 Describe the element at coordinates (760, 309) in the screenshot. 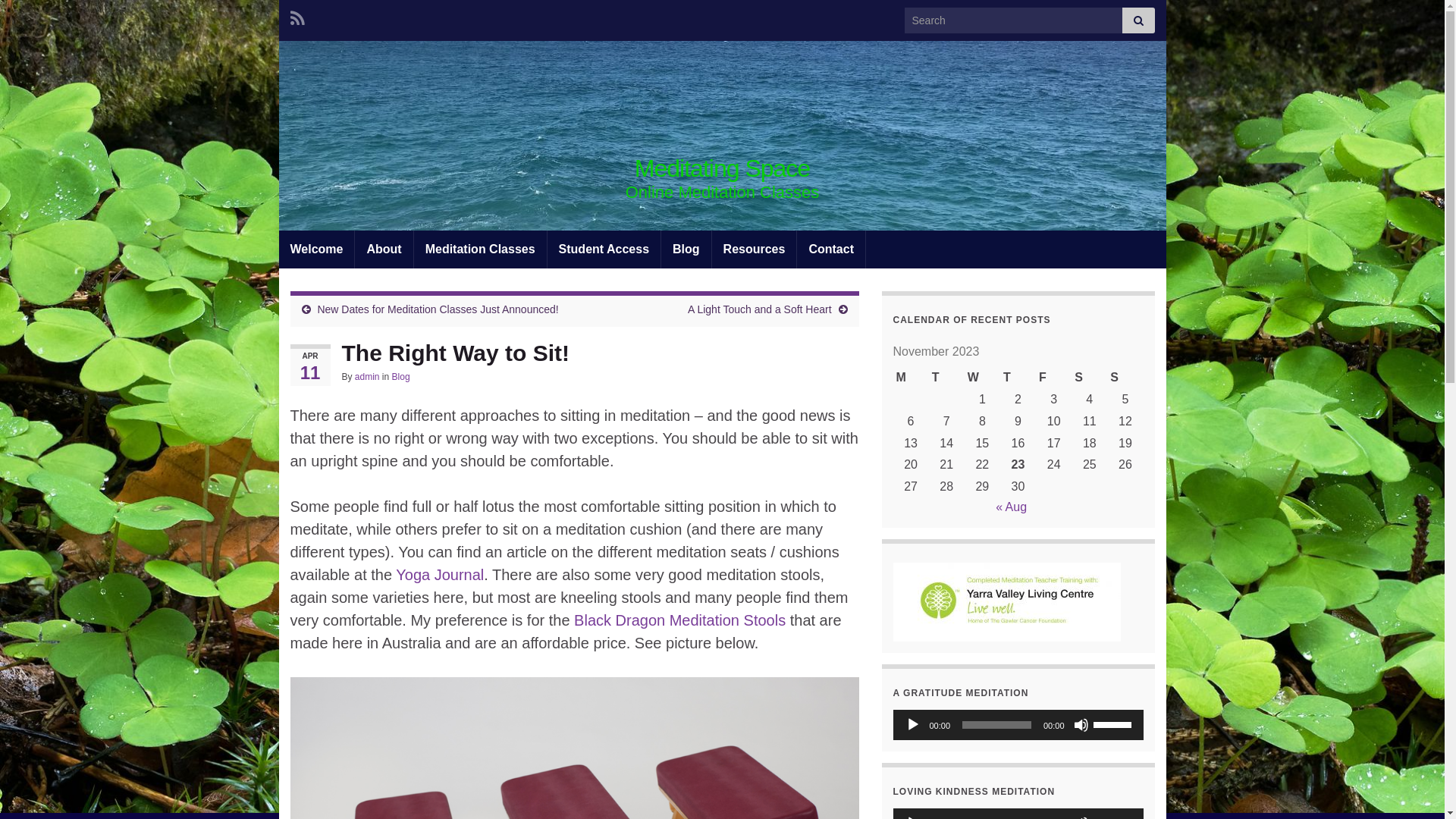

I see `'A Light Touch and a Soft Heart'` at that location.